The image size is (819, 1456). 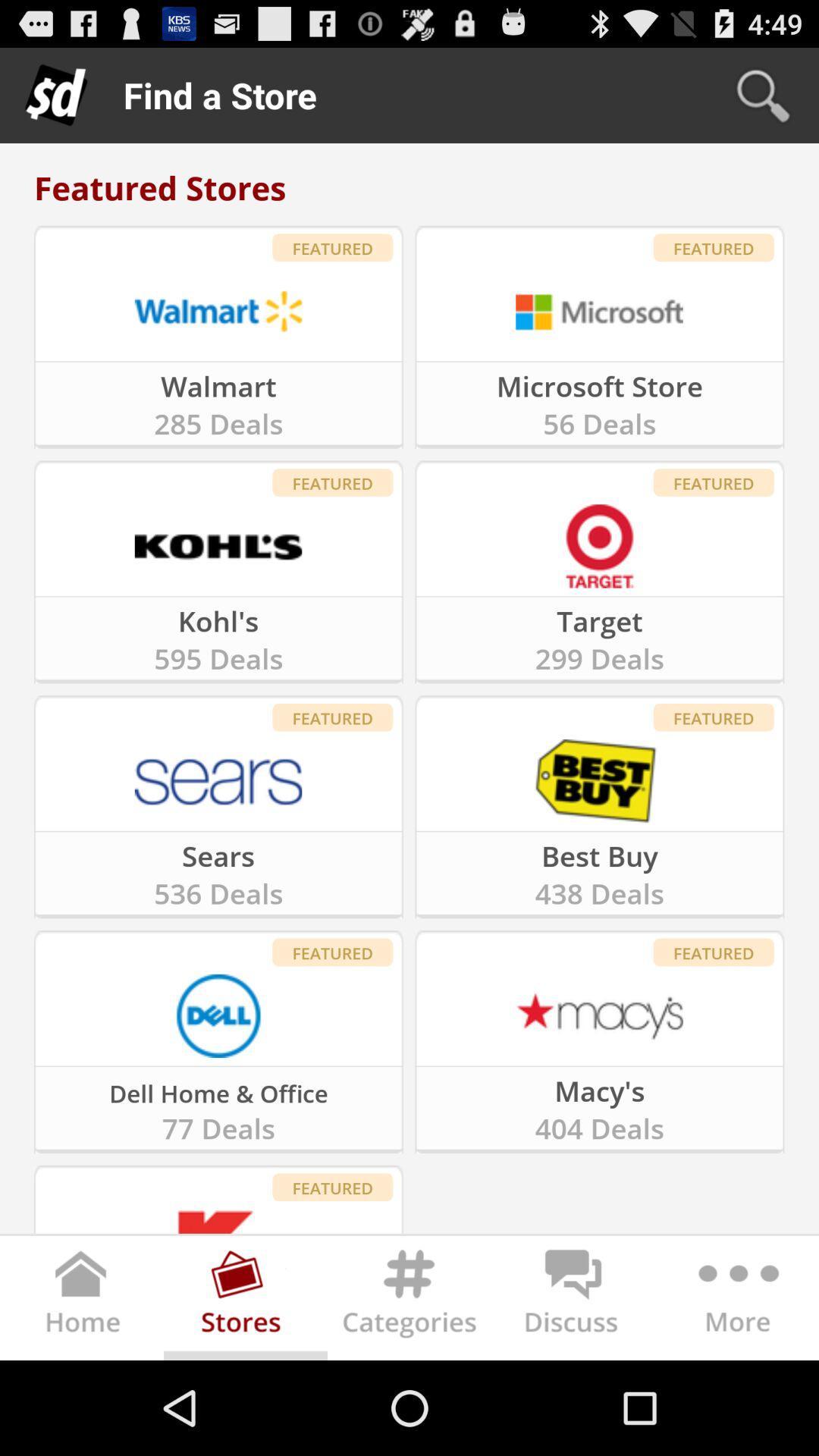 What do you see at coordinates (82, 1301) in the screenshot?
I see `in the left corner there will be the home icon` at bounding box center [82, 1301].